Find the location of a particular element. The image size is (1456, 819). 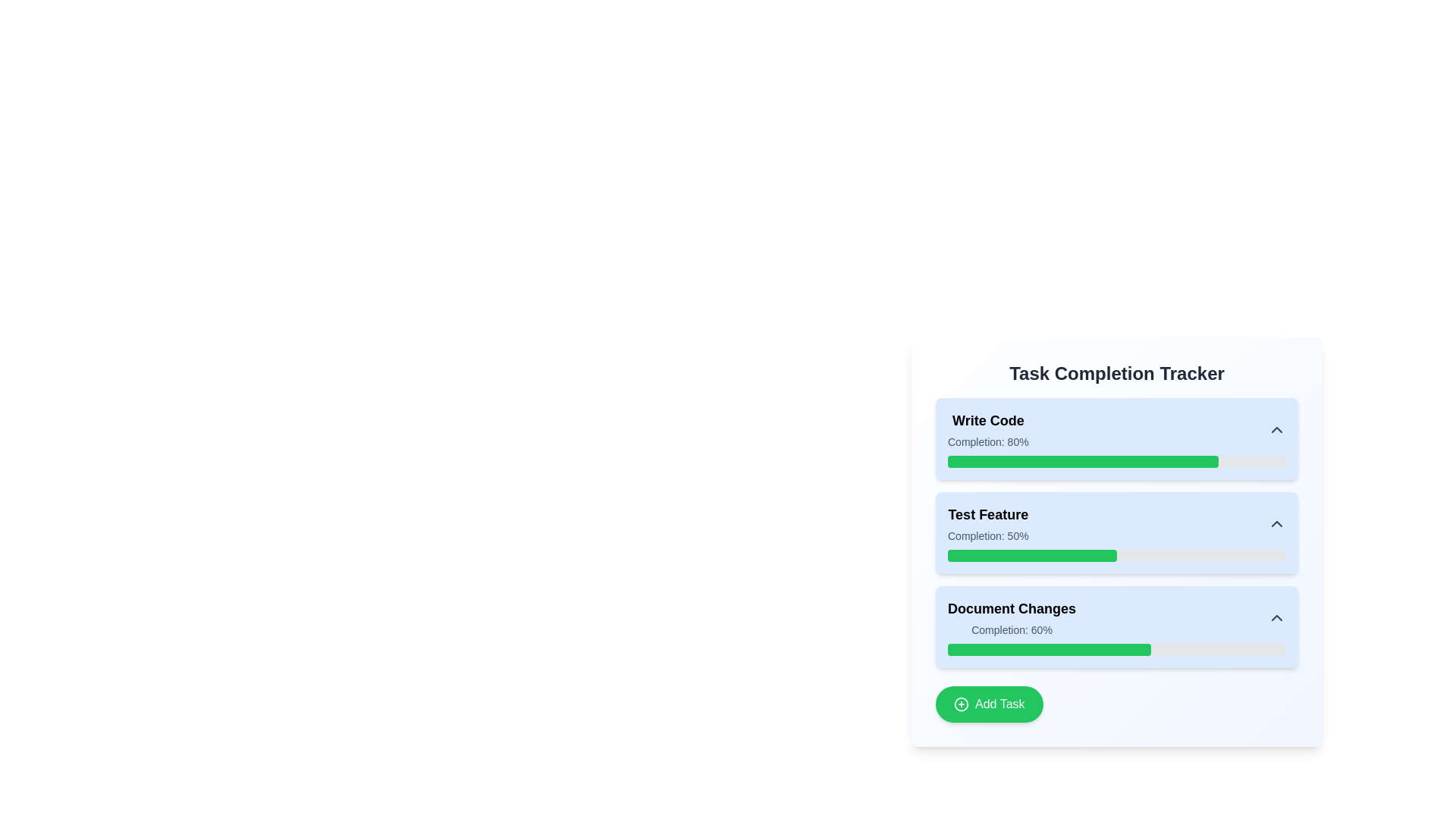

the green progress bar segment indicating 60% completion in the 'Document Changes' section of the 'Task Completion Tracker' interface is located at coordinates (1048, 648).